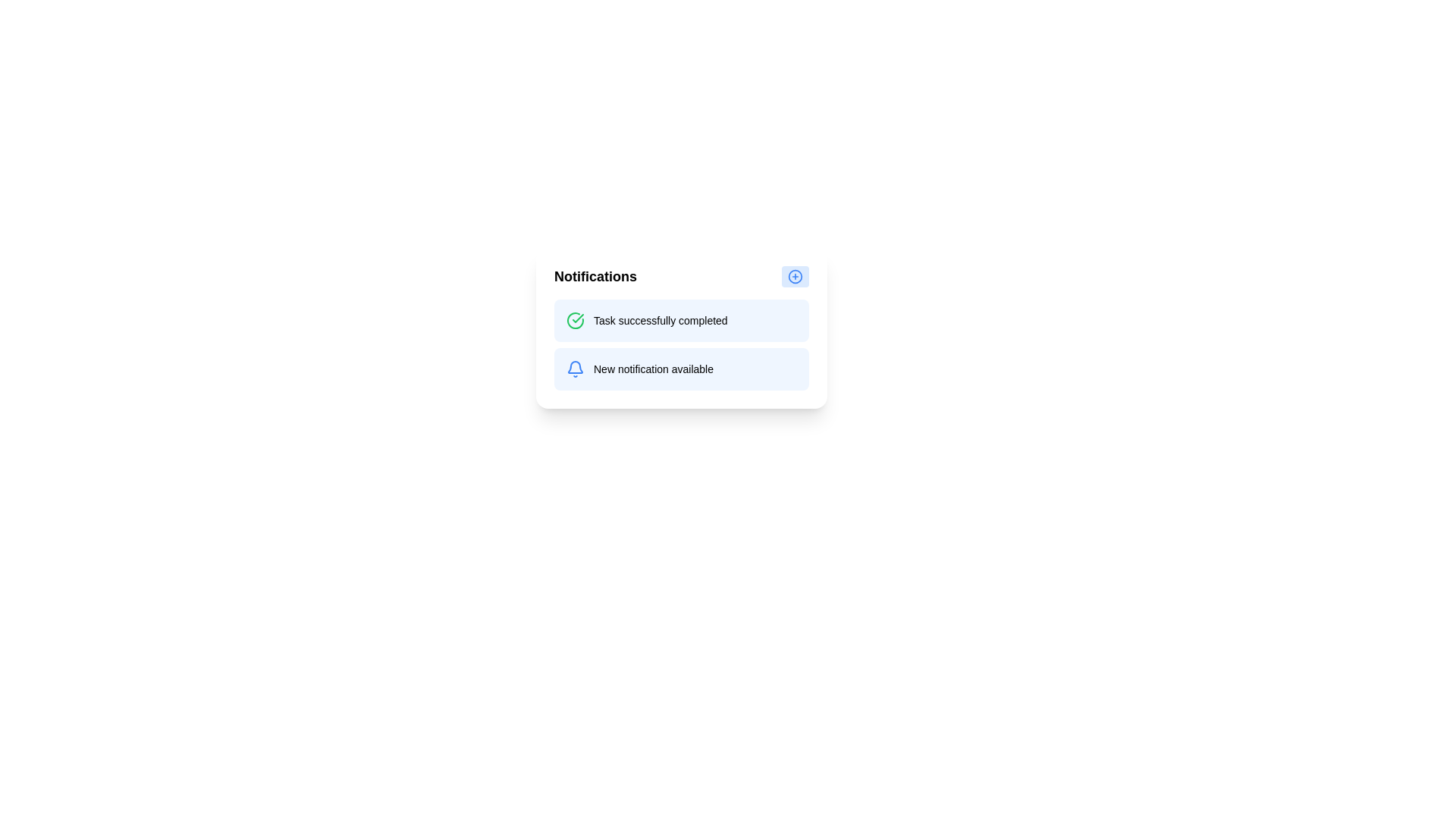  I want to click on the notification text reading 'Task successfully completed', which is styled in small text format and positioned next to a green success checkmark icon within the notifications display, so click(661, 320).